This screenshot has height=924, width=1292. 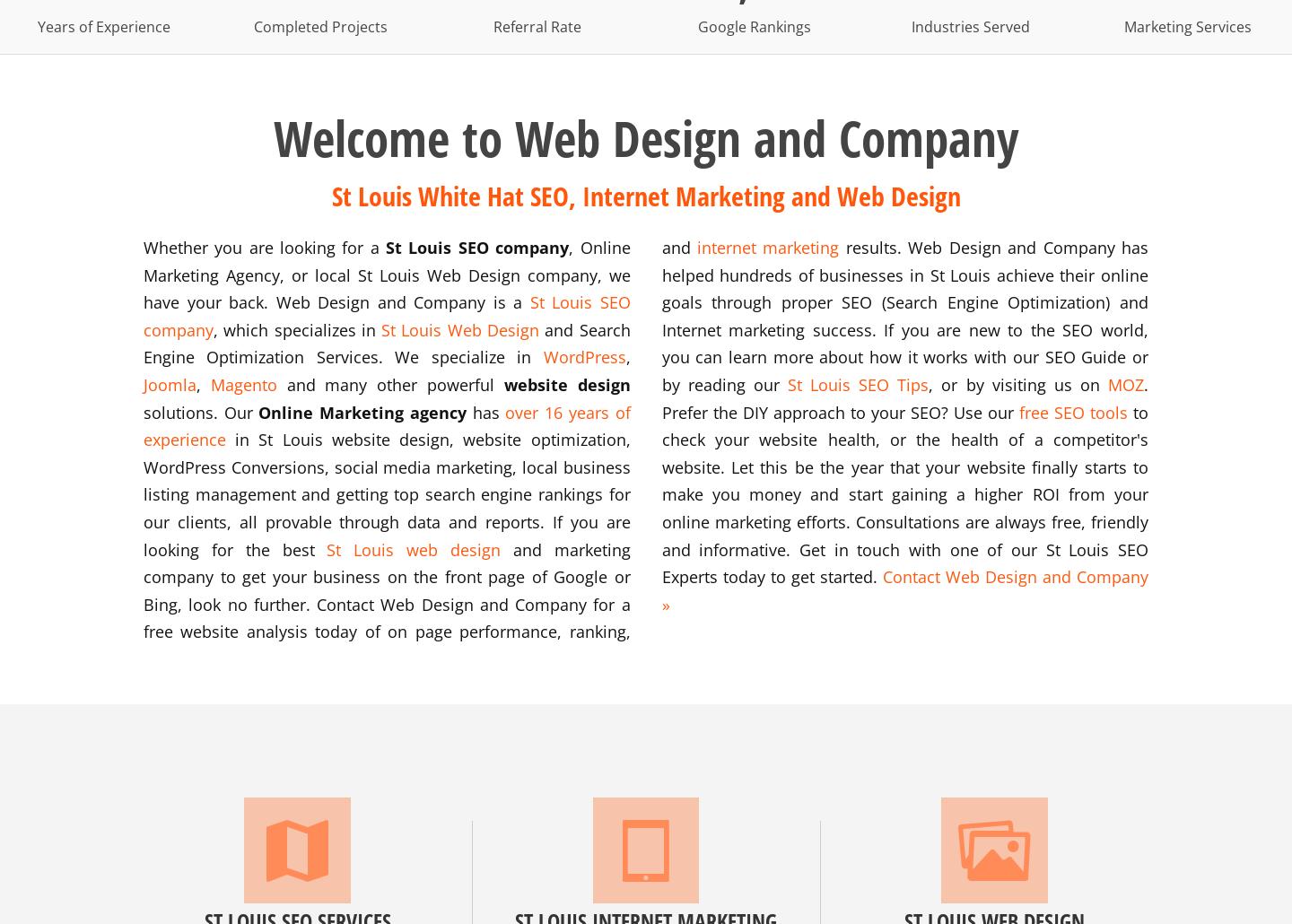 What do you see at coordinates (420, 438) in the screenshot?
I see `'and marketing company to get your business on the front page of Google or Bing, look no further. Contact Web Design and Company for a free website analysis today of on page performance, ranking, and'` at bounding box center [420, 438].